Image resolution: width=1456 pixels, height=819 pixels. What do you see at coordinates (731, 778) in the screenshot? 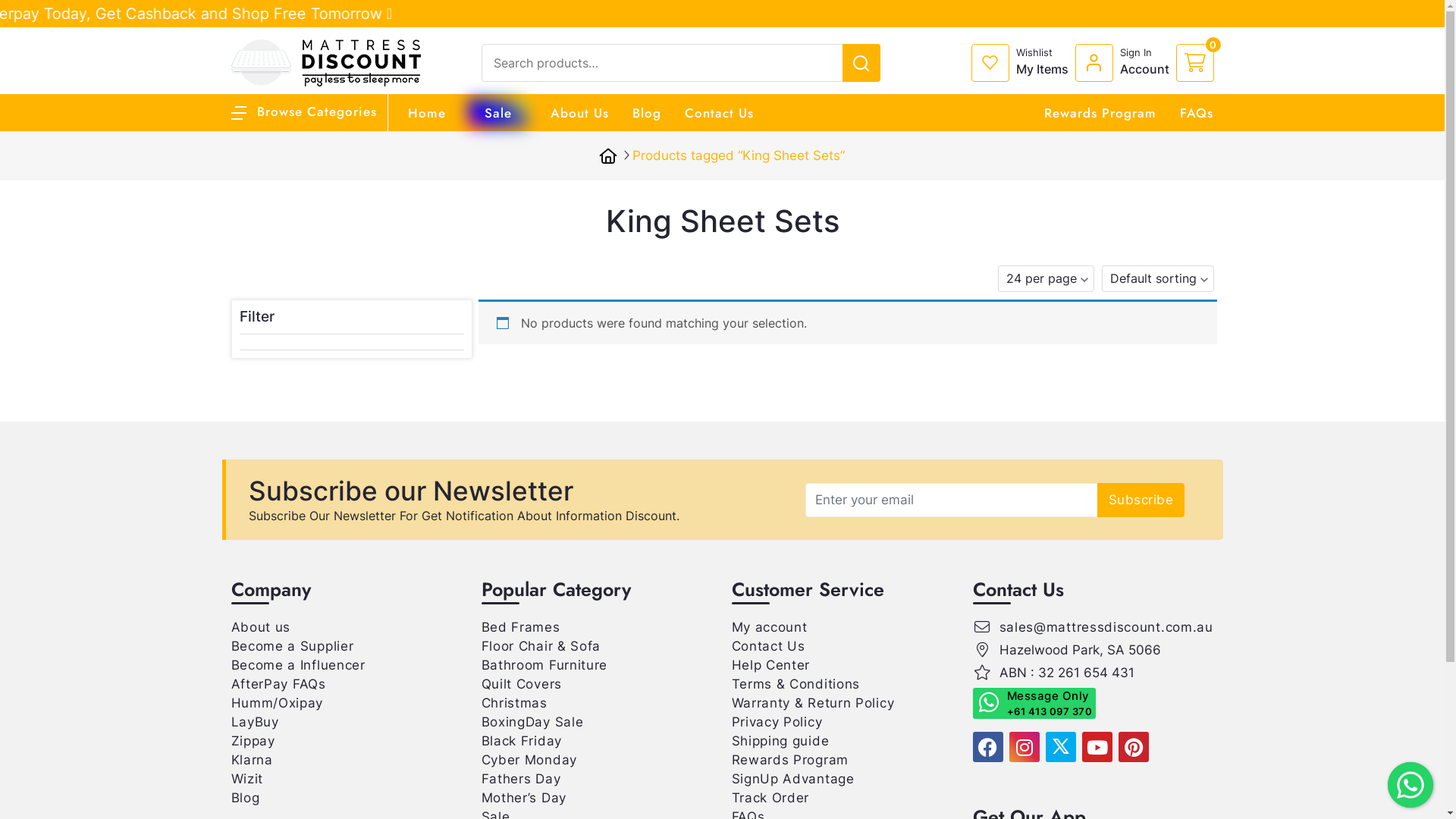
I see `'SignUp Advantage'` at bounding box center [731, 778].